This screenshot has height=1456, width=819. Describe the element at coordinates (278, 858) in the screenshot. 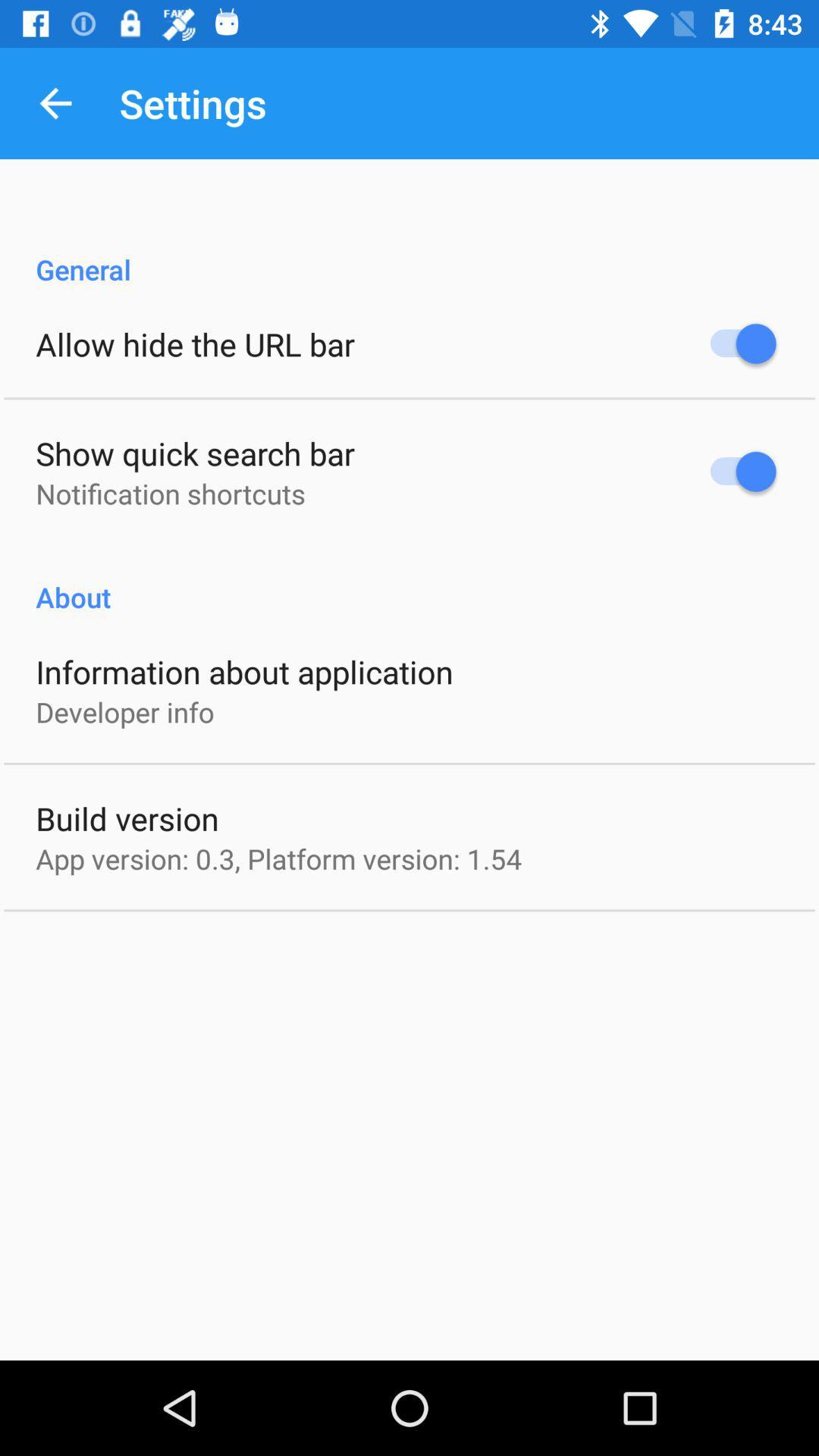

I see `app version 0 item` at that location.